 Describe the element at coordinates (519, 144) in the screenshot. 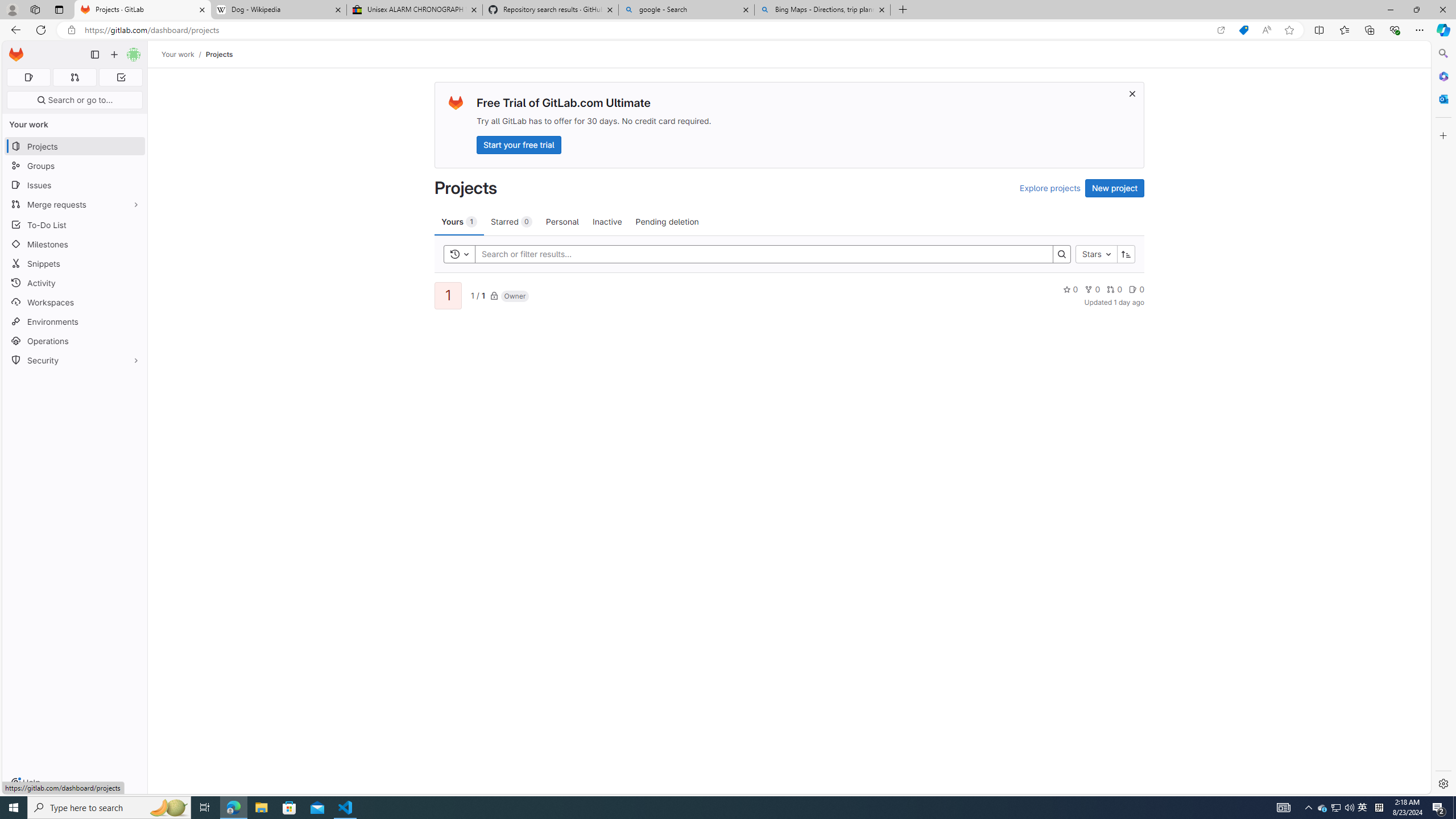

I see `'Start your free trial'` at that location.